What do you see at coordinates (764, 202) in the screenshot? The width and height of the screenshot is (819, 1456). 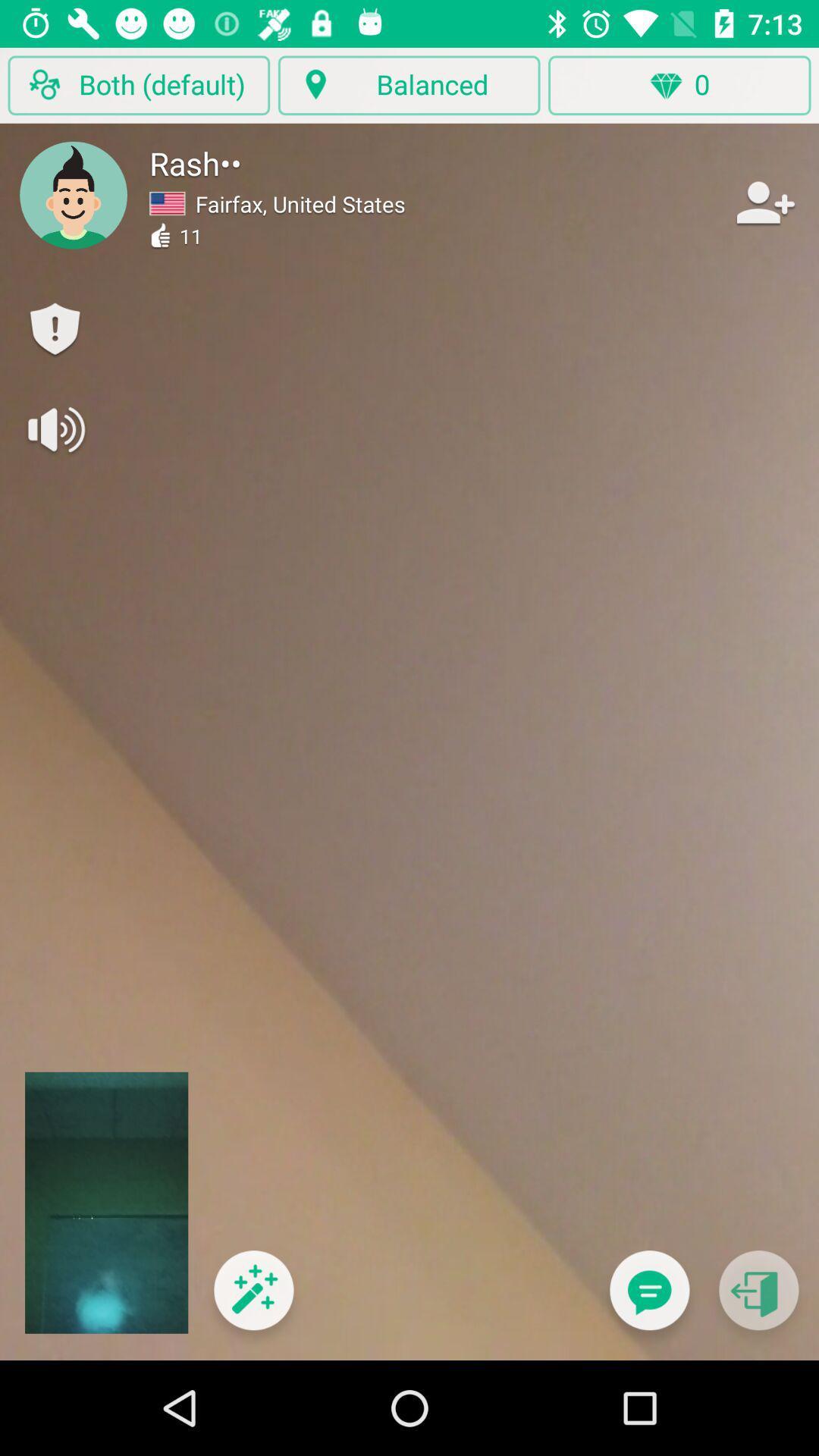 I see `the item next to fairfax, united states item` at bounding box center [764, 202].